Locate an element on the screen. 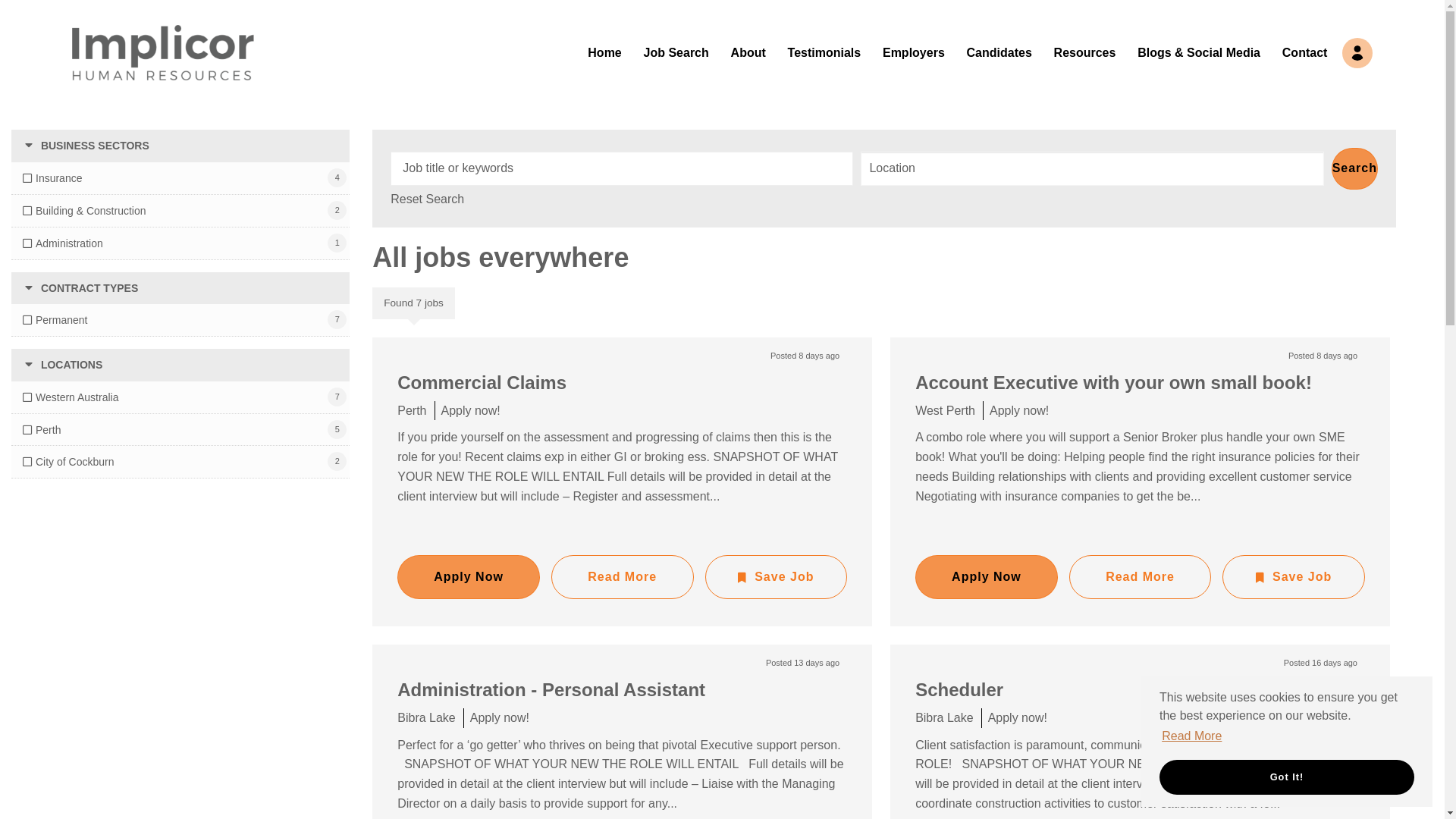 Image resolution: width=1456 pixels, height=819 pixels. 'Home' is located at coordinates (603, 52).